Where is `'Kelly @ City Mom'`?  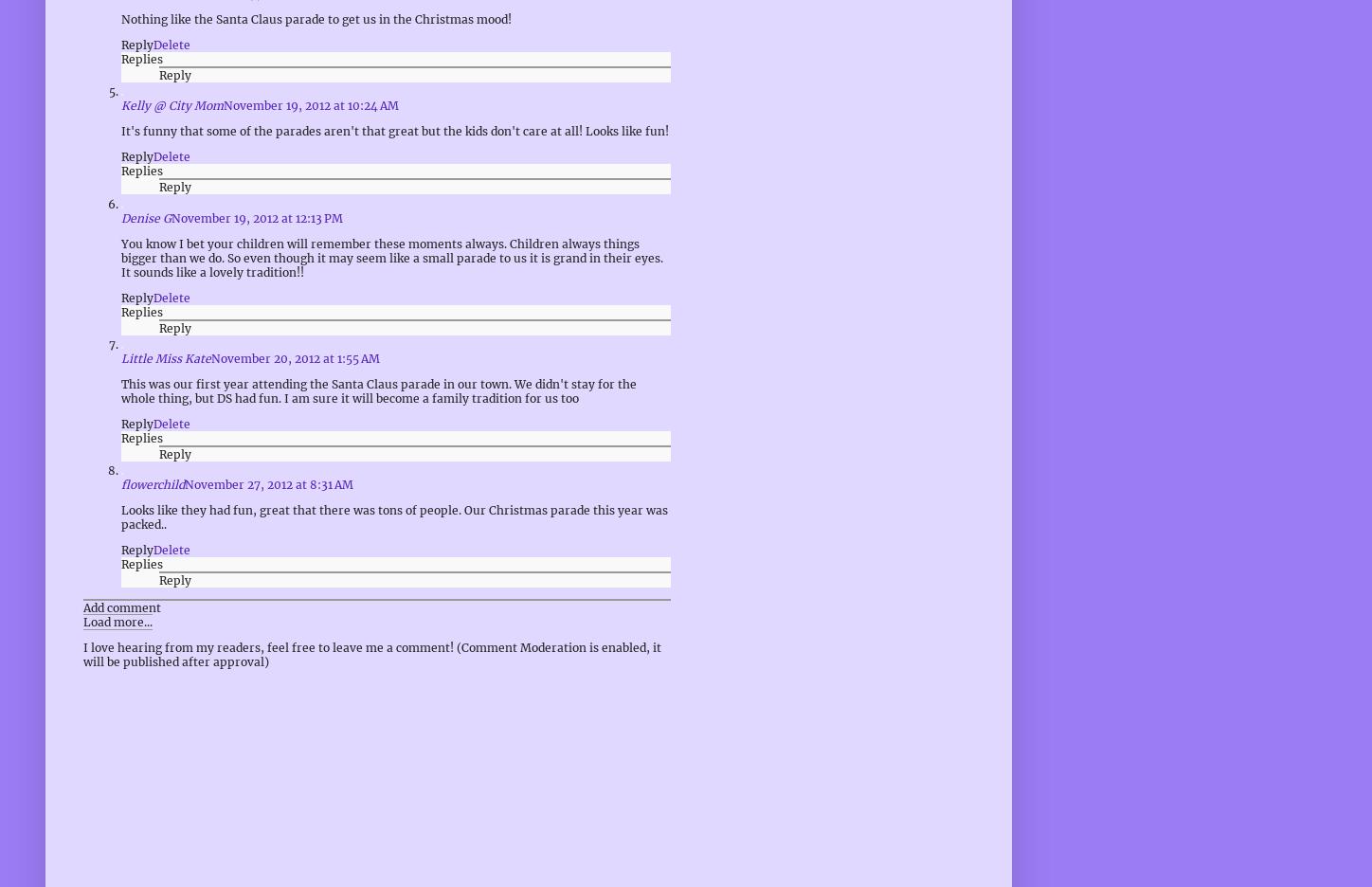 'Kelly @ City Mom' is located at coordinates (172, 104).